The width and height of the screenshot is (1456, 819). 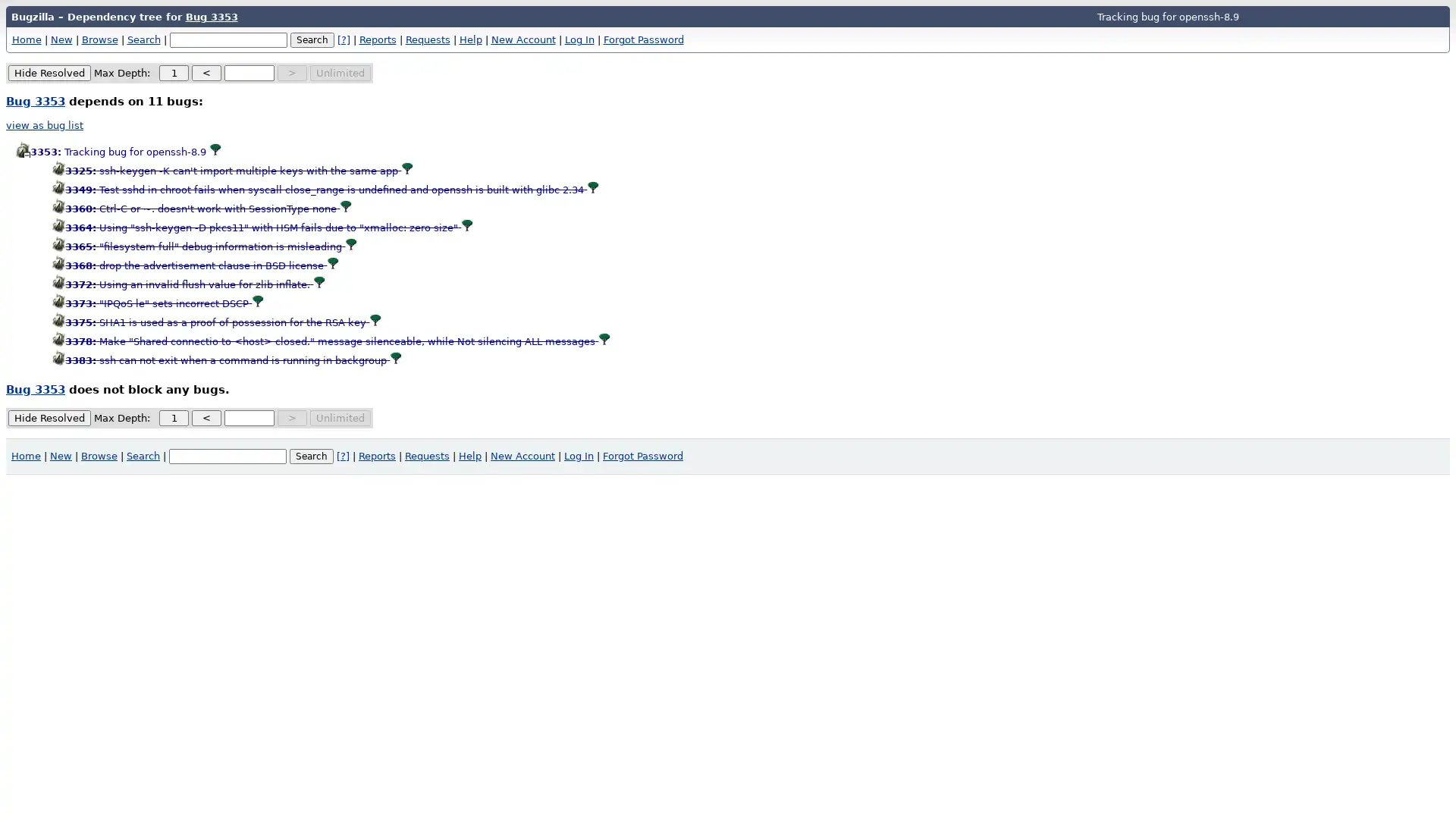 I want to click on 1, so click(x=174, y=417).